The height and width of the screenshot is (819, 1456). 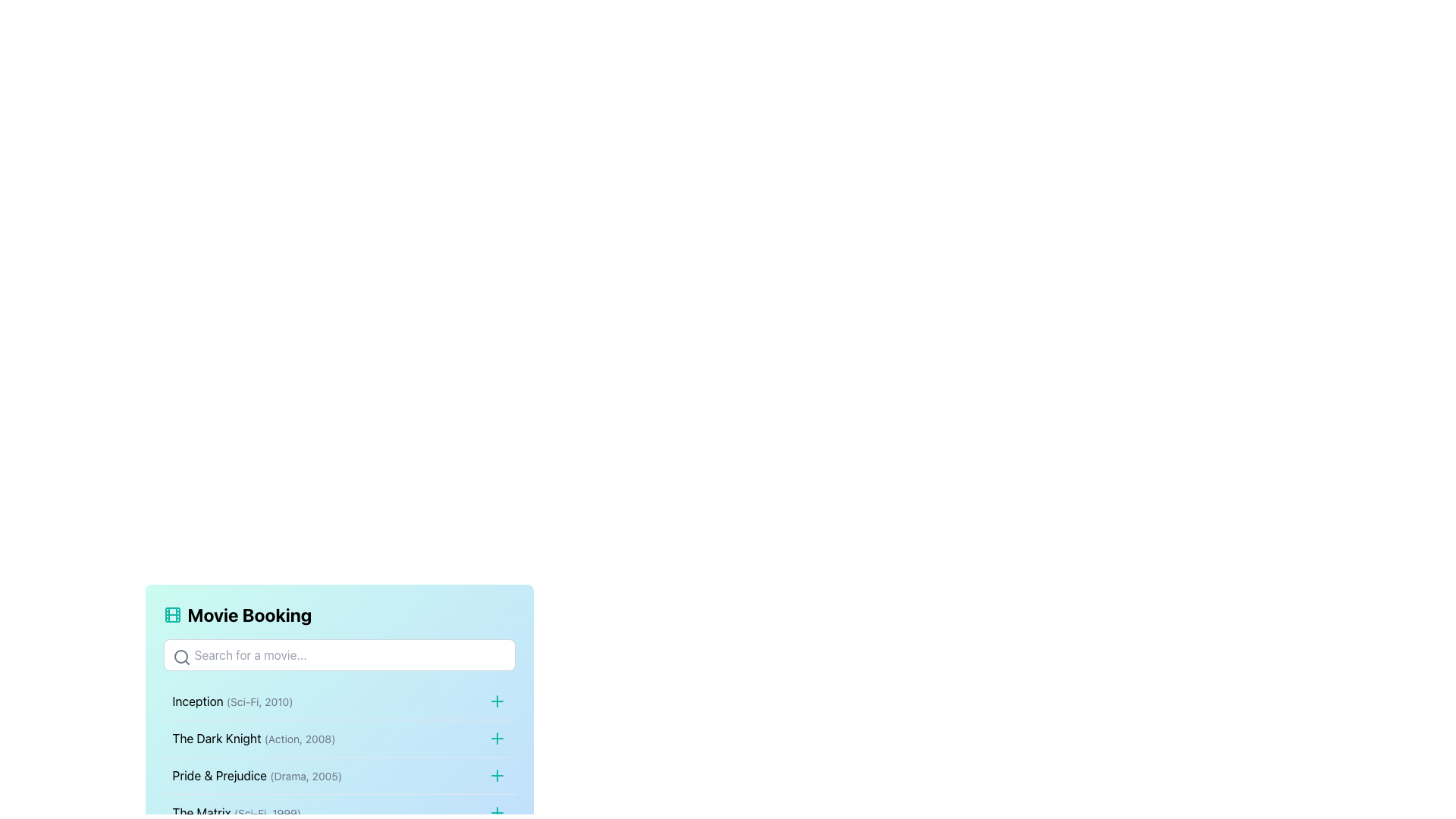 What do you see at coordinates (172, 614) in the screenshot?
I see `the teal-colored film reel icon located in the top-left corner of the card interface, adjacent to the 'Movie Booking' text` at bounding box center [172, 614].